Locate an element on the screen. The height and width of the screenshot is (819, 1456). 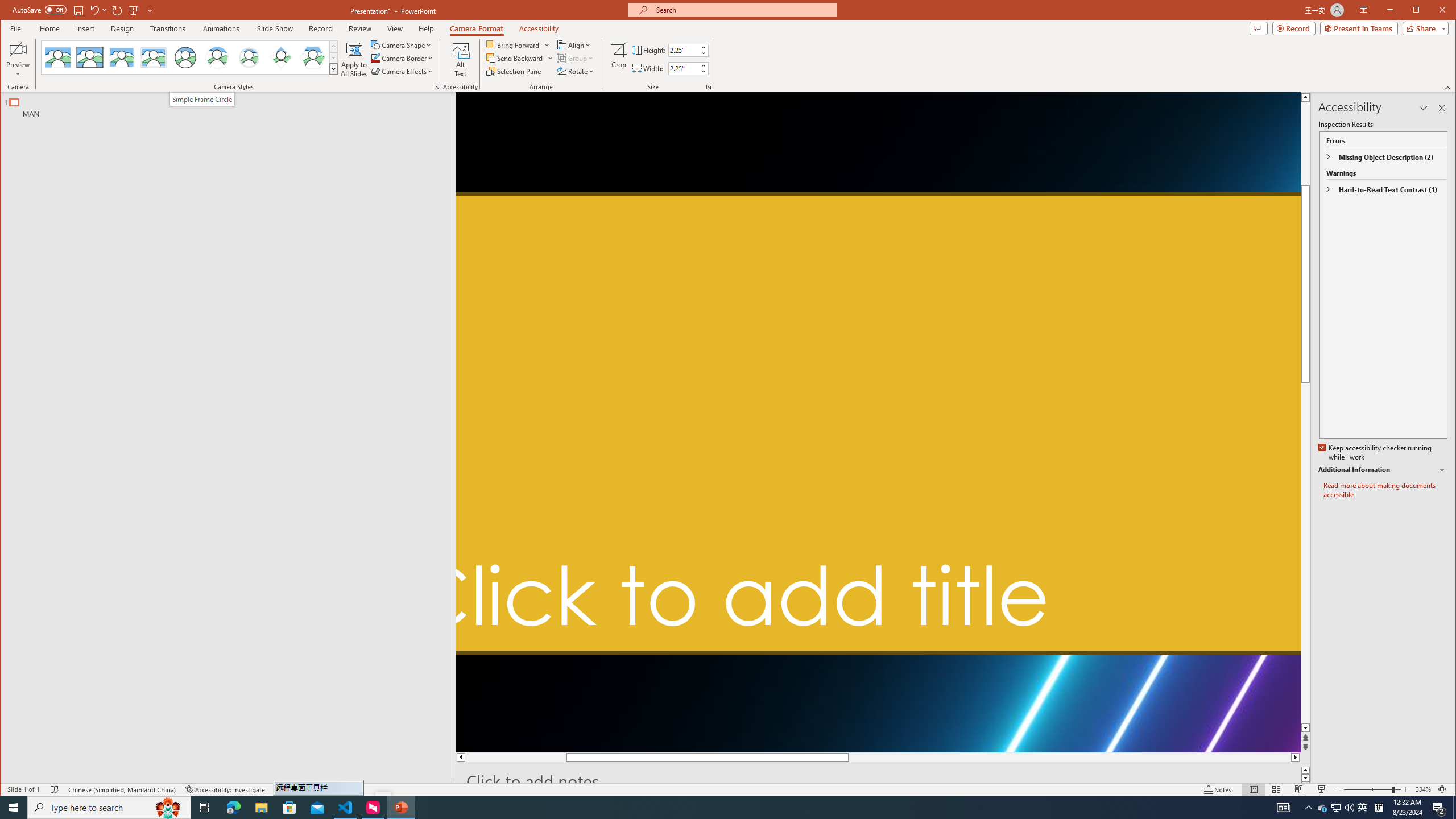
'Bring Forward' is located at coordinates (513, 44).